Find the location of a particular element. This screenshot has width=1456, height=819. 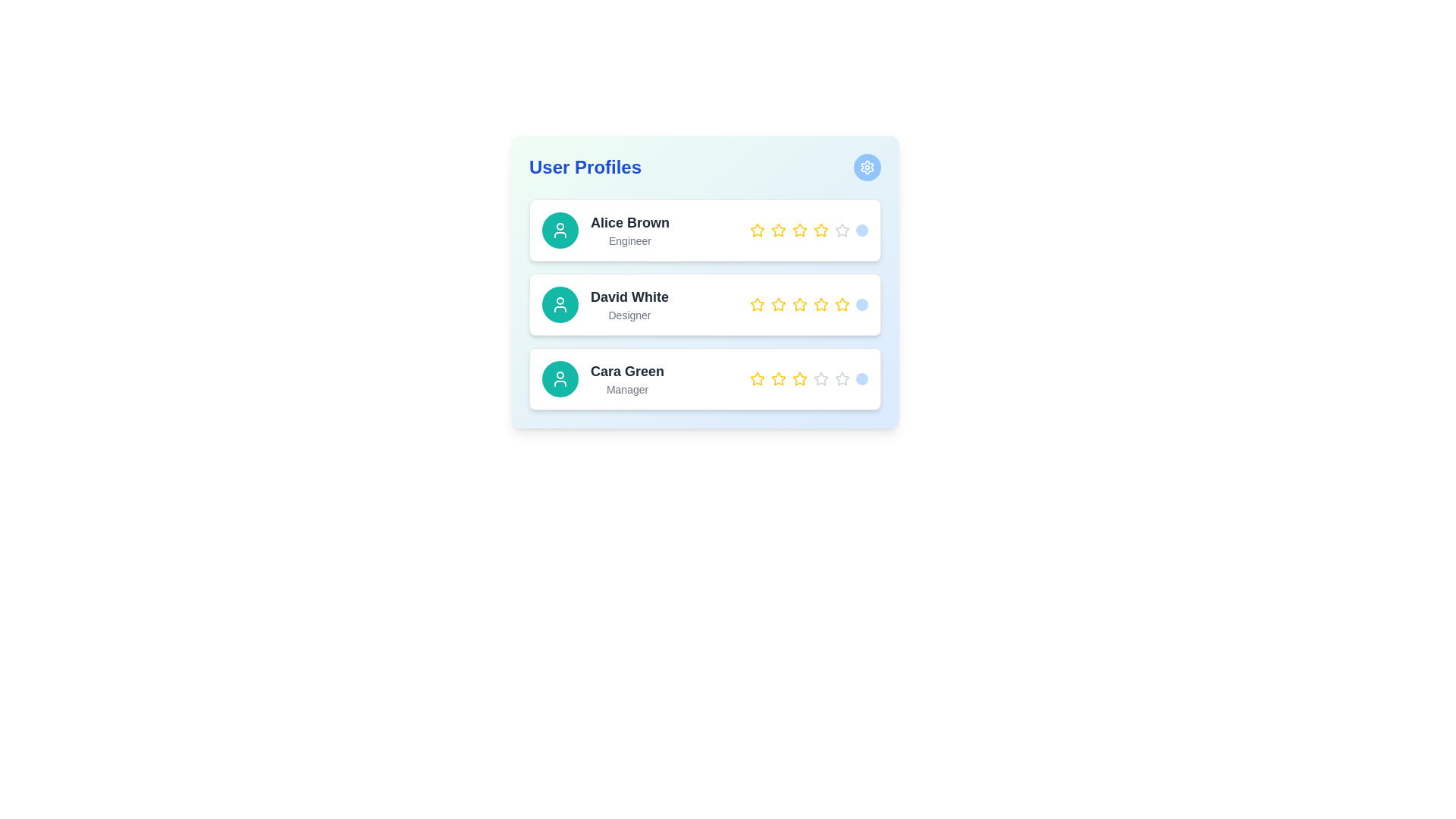

the fourth rating star icon, which is part of a sequence of five stars in the rating section of Alice Brown's profile is located at coordinates (799, 231).